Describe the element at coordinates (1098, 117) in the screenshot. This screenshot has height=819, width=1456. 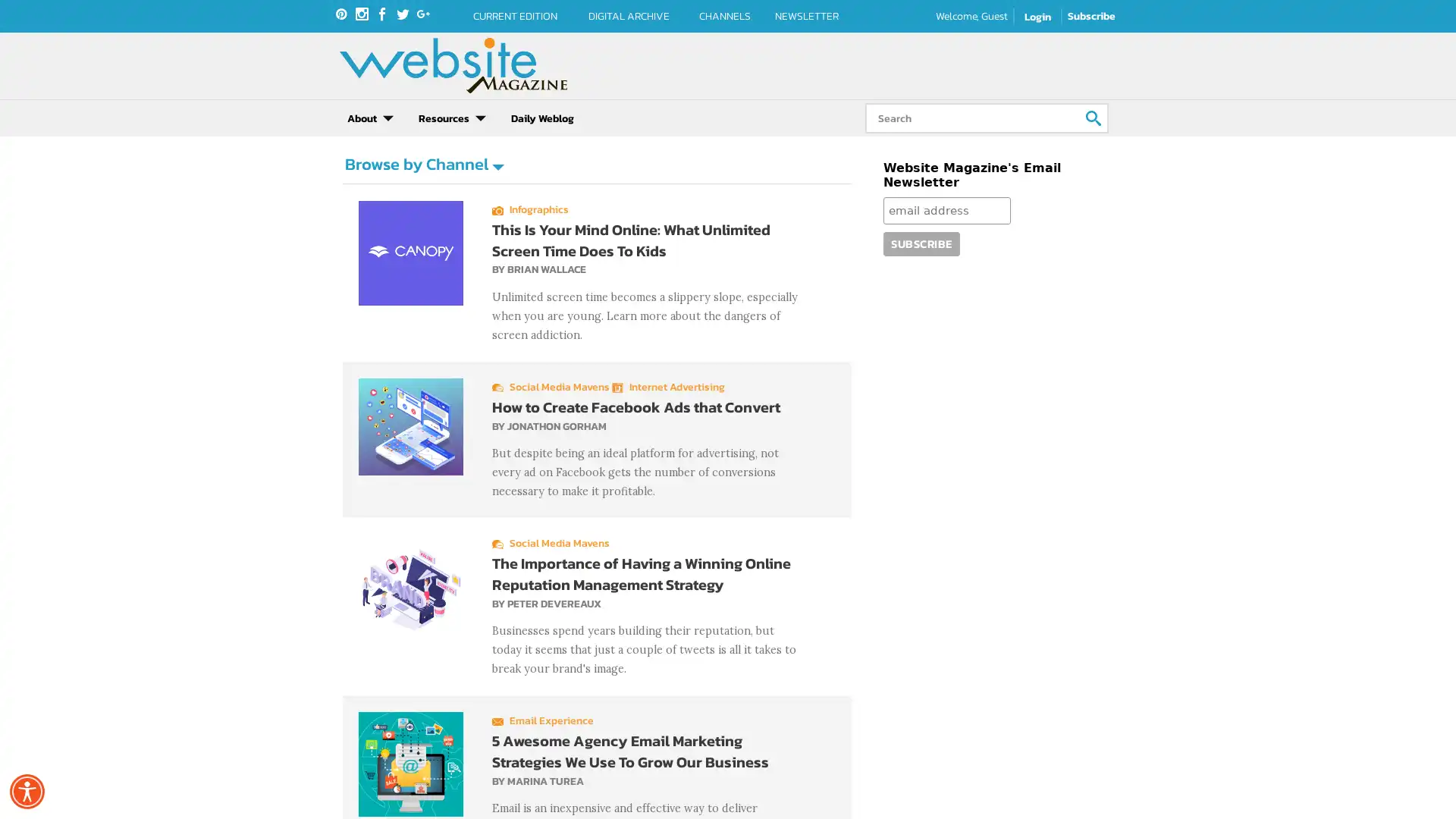
I see `button` at that location.